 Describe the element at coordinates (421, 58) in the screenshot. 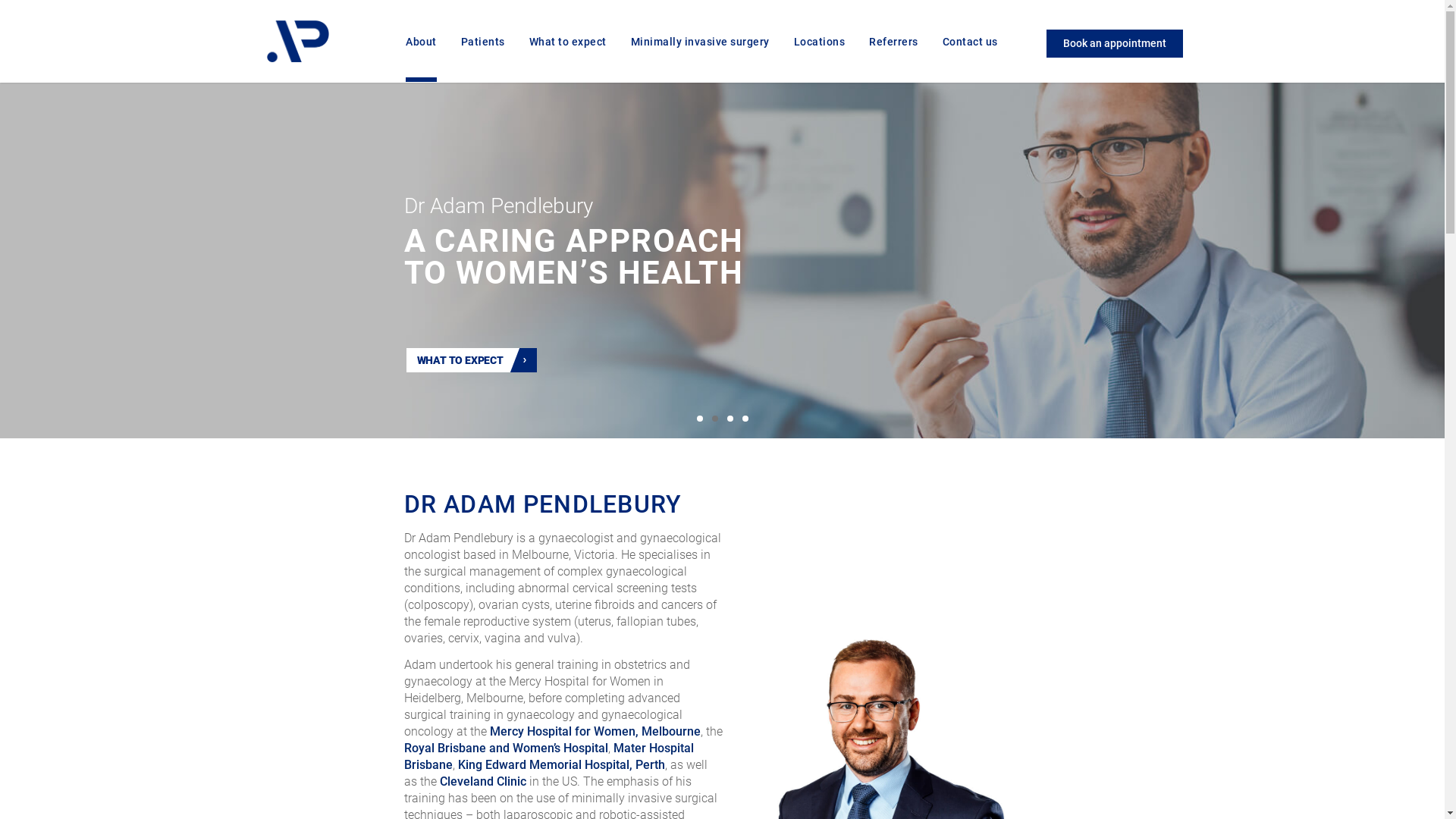

I see `'About'` at that location.